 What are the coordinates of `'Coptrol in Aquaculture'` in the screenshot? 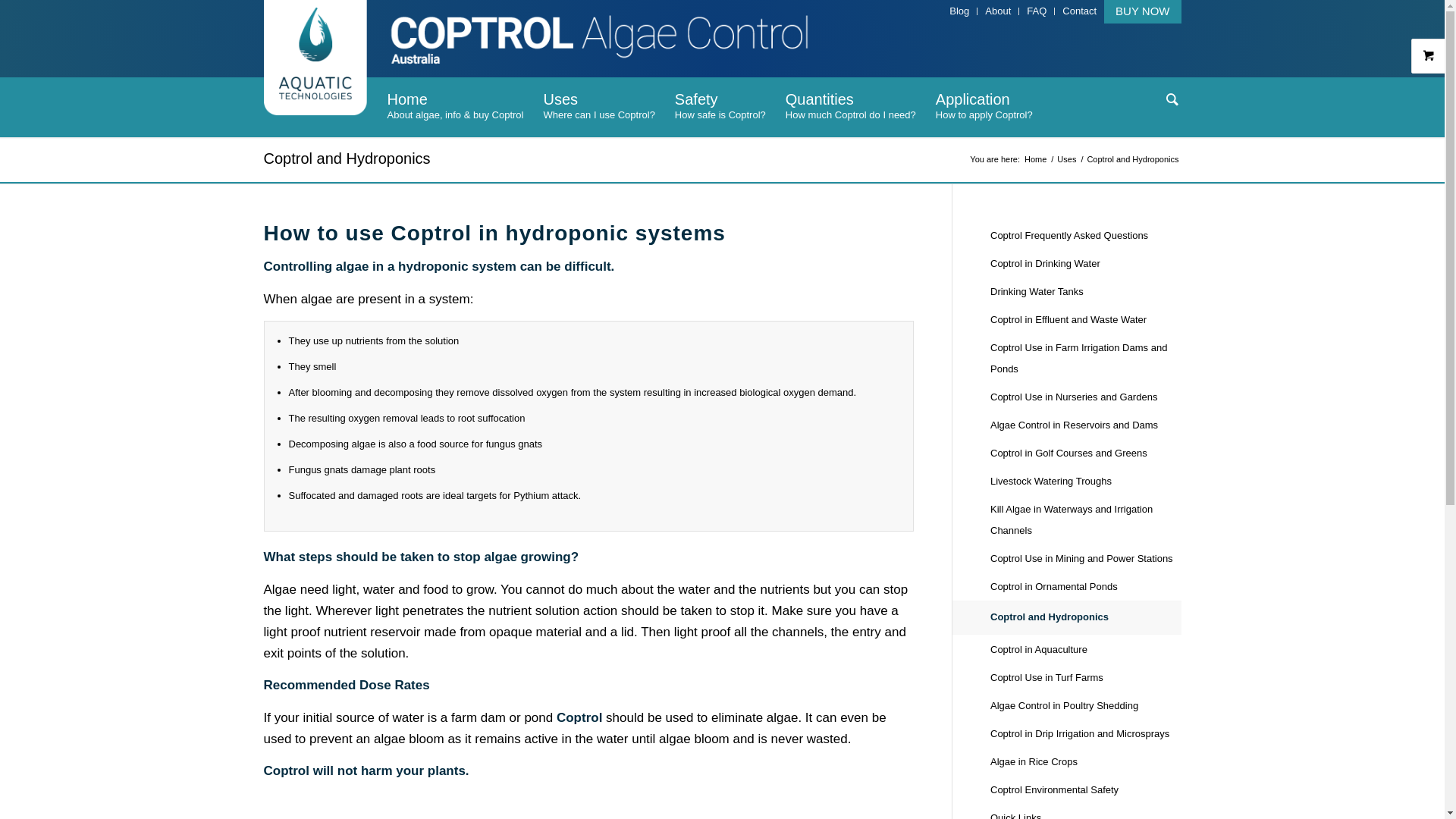 It's located at (1084, 648).